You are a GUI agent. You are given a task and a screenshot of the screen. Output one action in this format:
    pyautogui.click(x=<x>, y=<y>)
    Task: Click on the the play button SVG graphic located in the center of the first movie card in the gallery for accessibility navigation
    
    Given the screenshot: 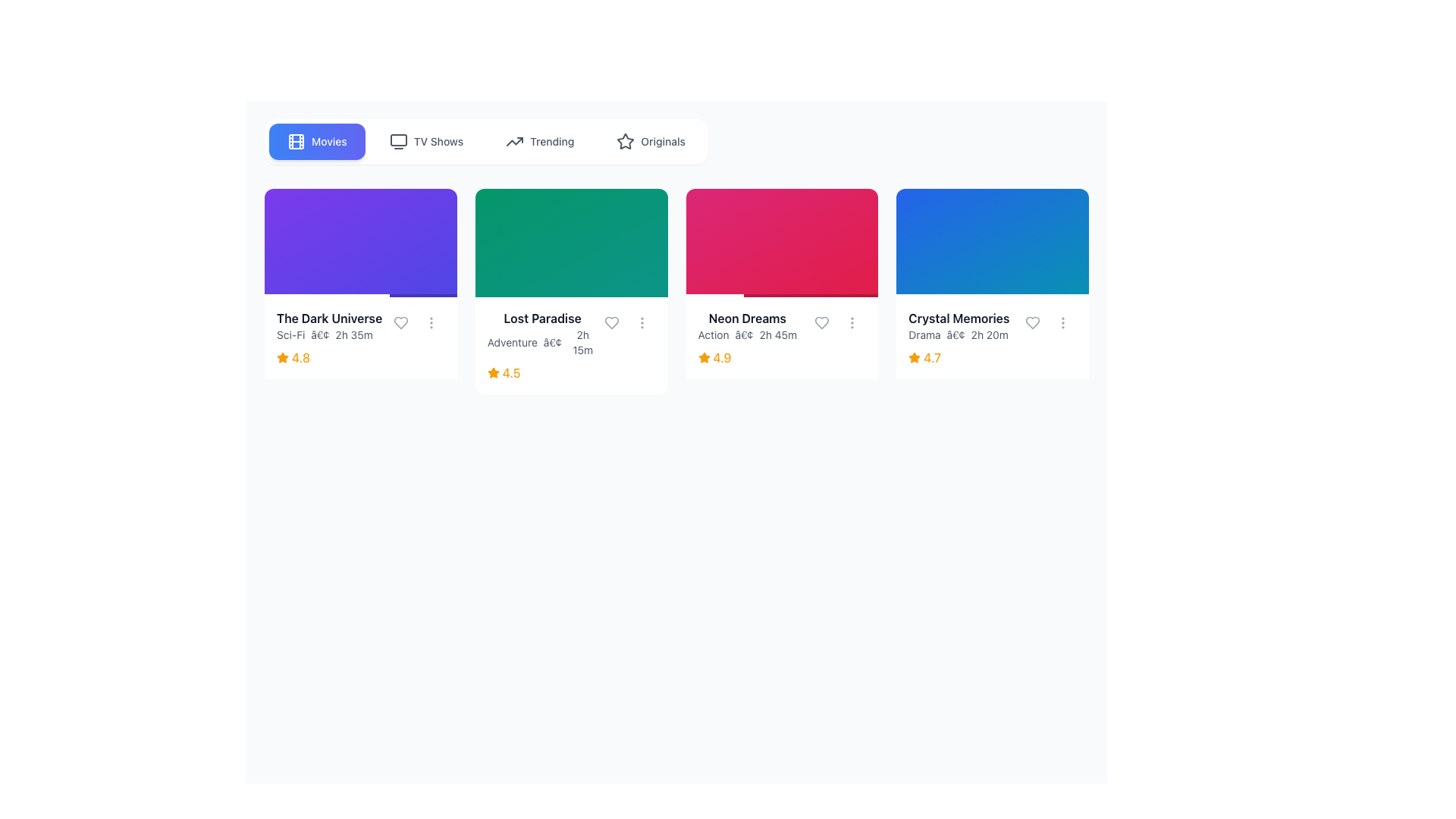 What is the action you would take?
    pyautogui.click(x=362, y=242)
    